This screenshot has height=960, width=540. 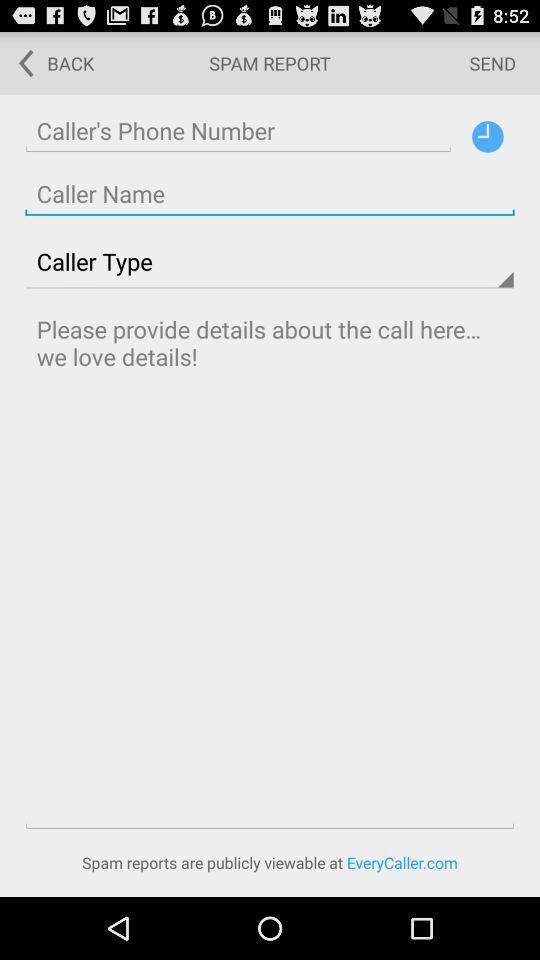 What do you see at coordinates (270, 568) in the screenshot?
I see `text` at bounding box center [270, 568].